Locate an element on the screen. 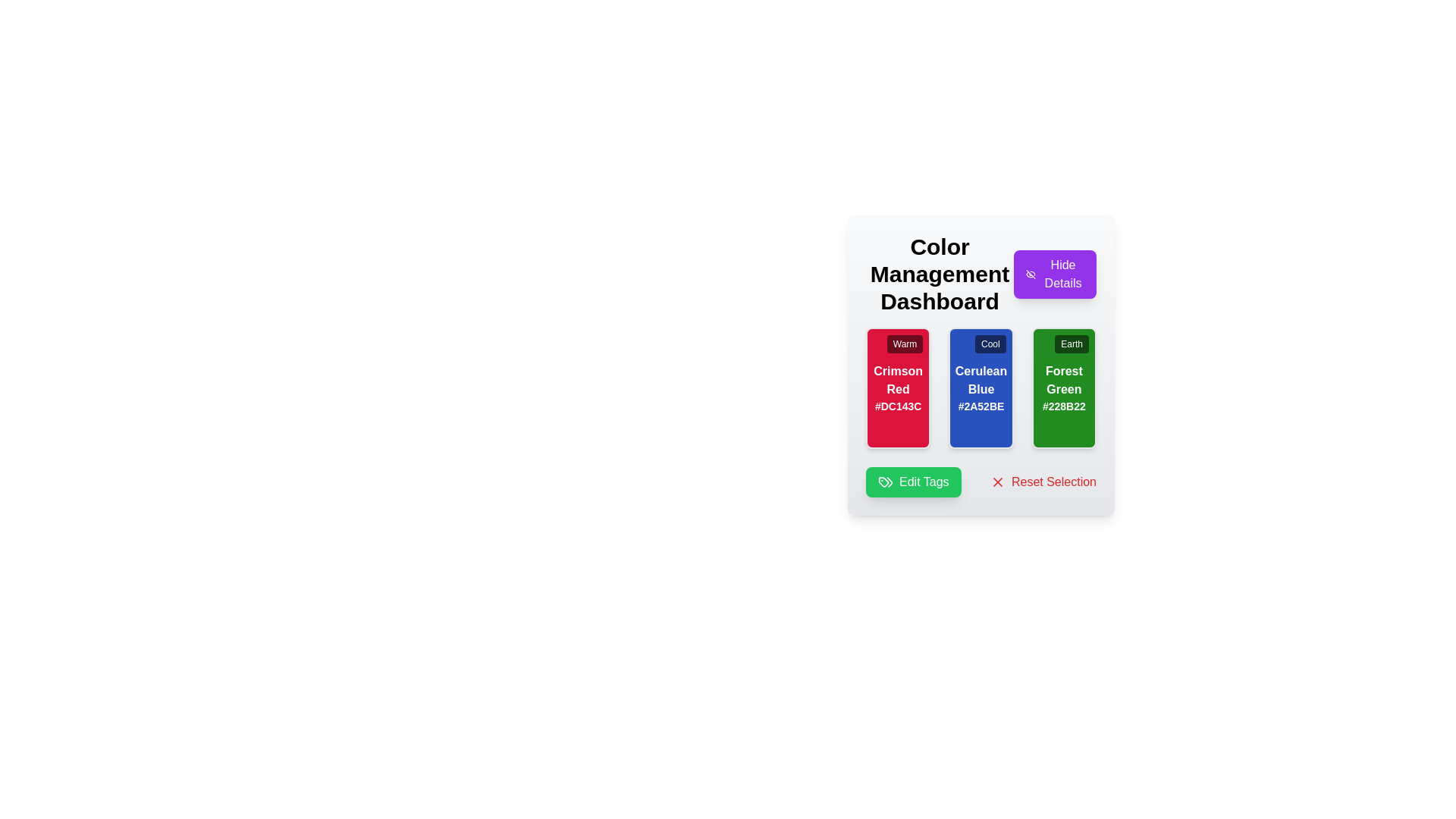 The height and width of the screenshot is (819, 1456). the 'Hide' indicator icon located to the left of the 'Hide Details' button on the Color Management Dashboard is located at coordinates (1031, 275).